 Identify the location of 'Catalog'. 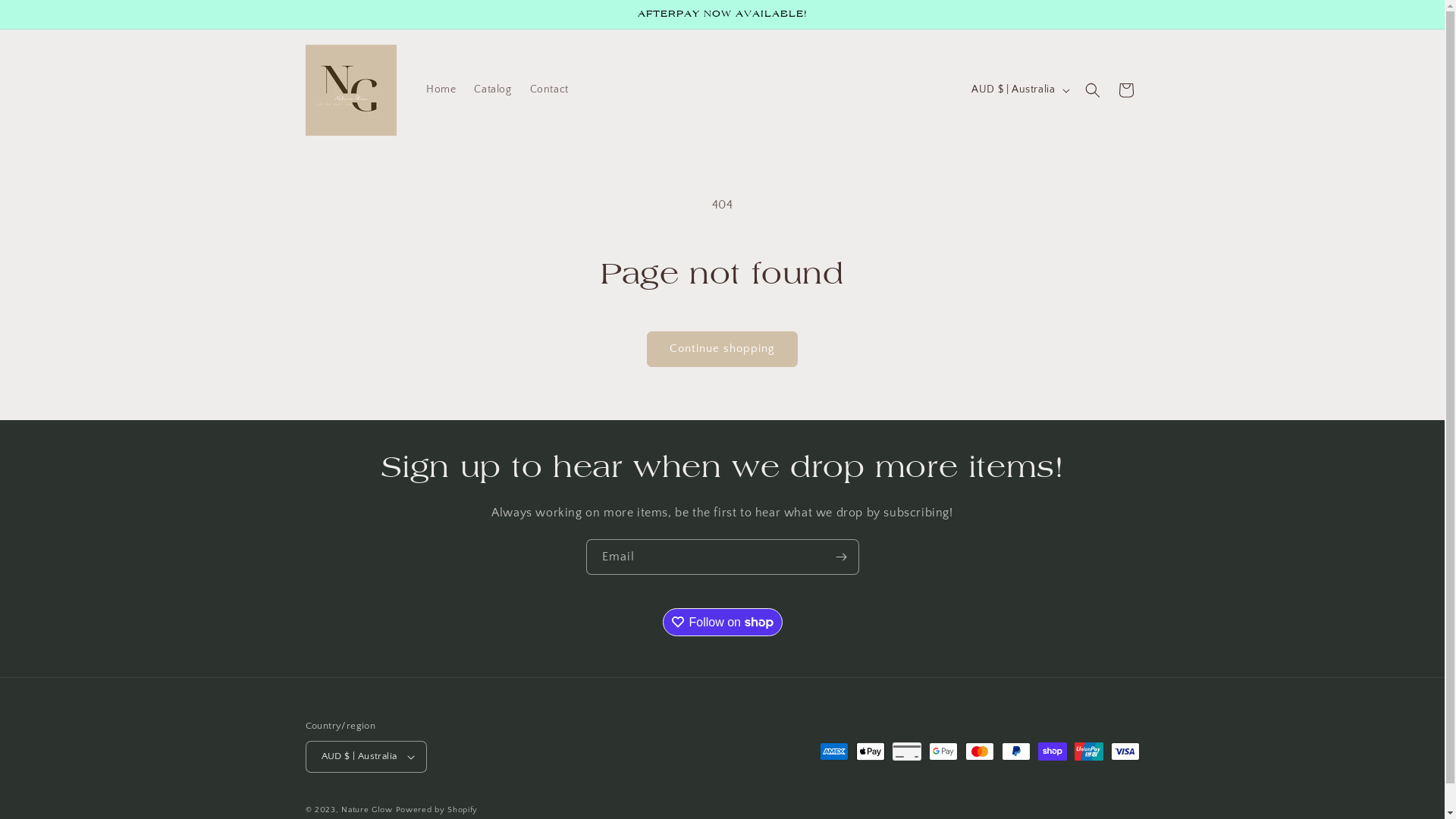
(492, 89).